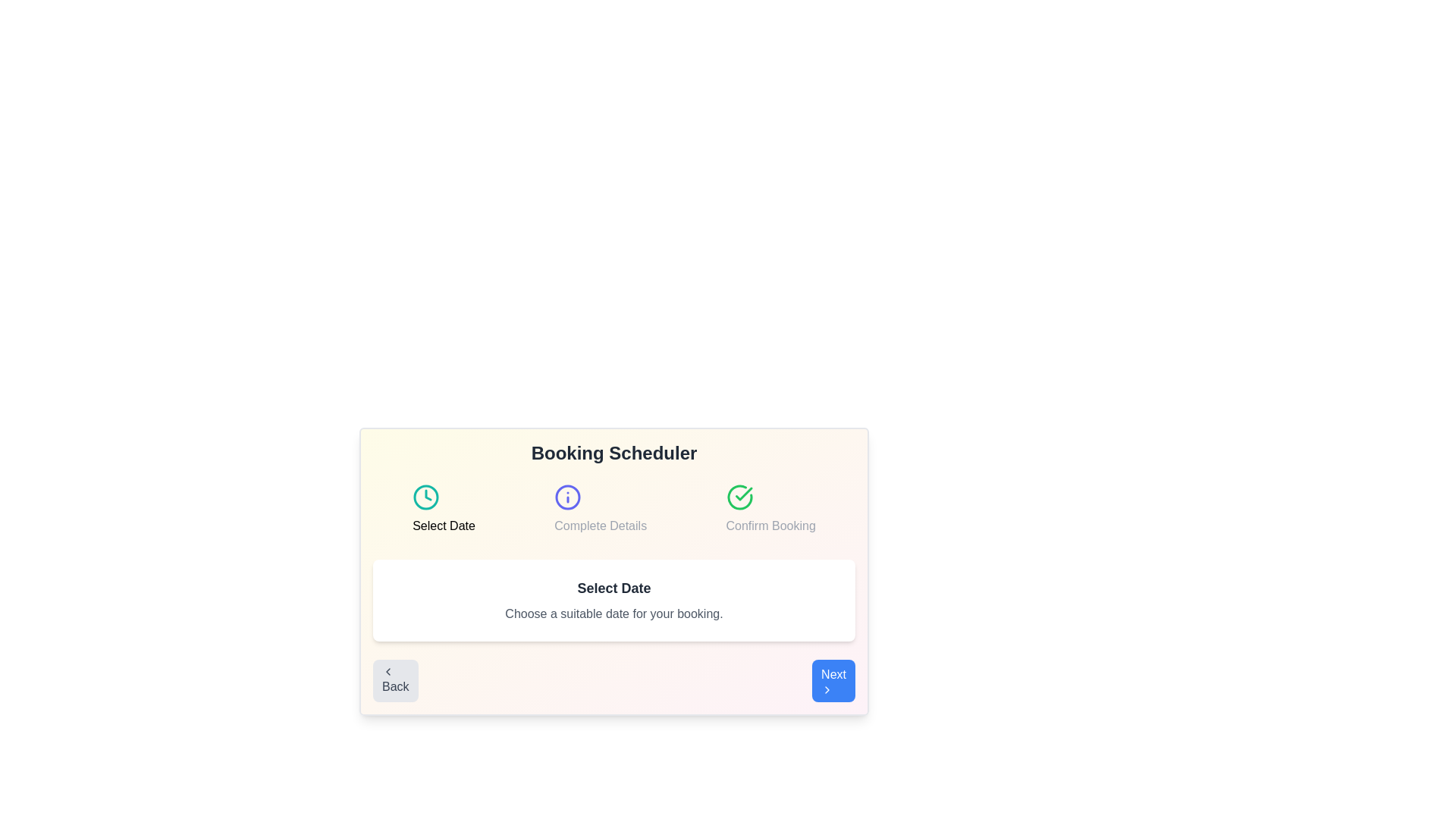  Describe the element at coordinates (833, 680) in the screenshot. I see `the 'Next' button to proceed to the next step in the booking scheduler` at that location.